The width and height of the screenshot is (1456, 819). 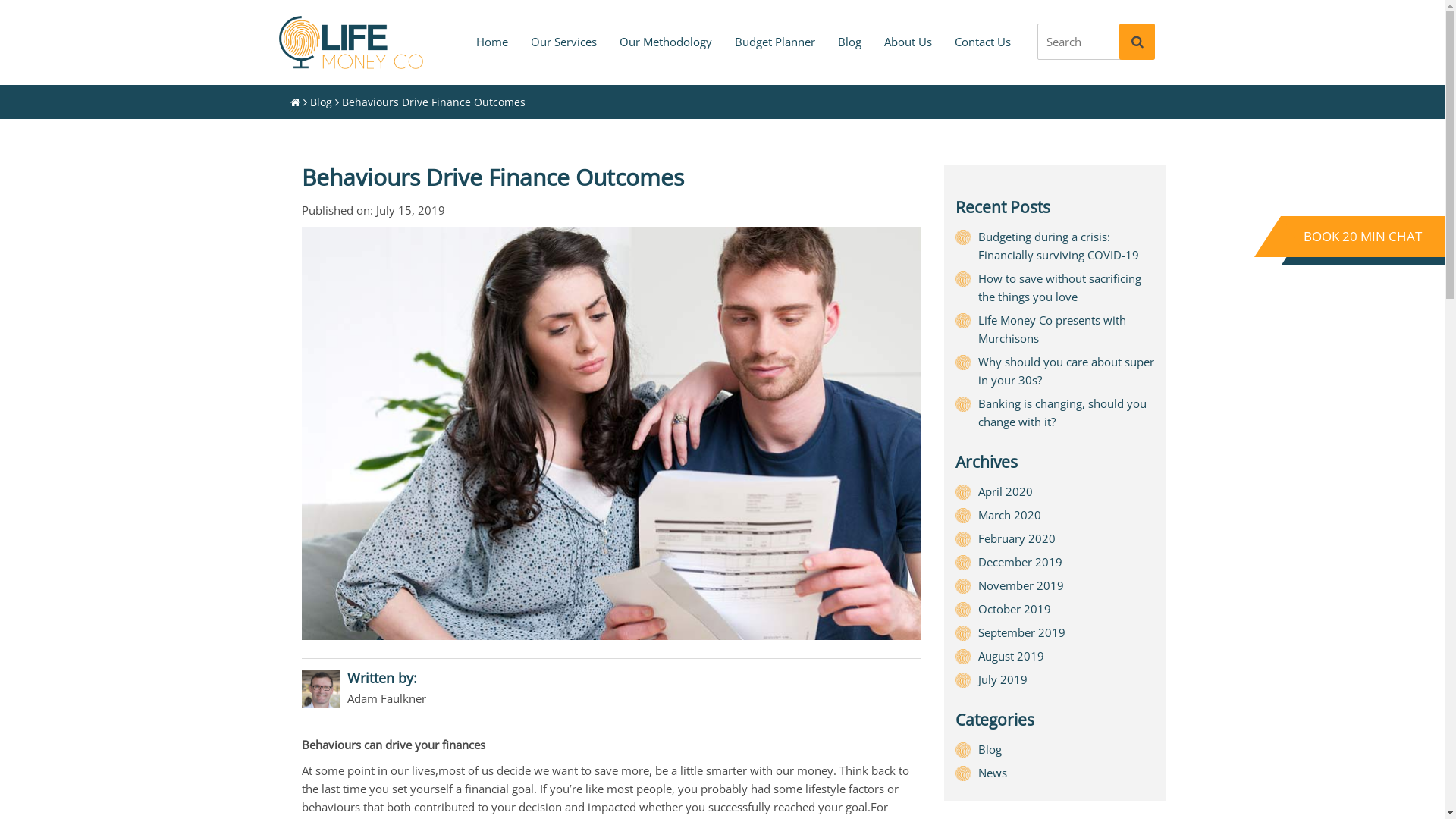 I want to click on 'July 2019', so click(x=1003, y=678).